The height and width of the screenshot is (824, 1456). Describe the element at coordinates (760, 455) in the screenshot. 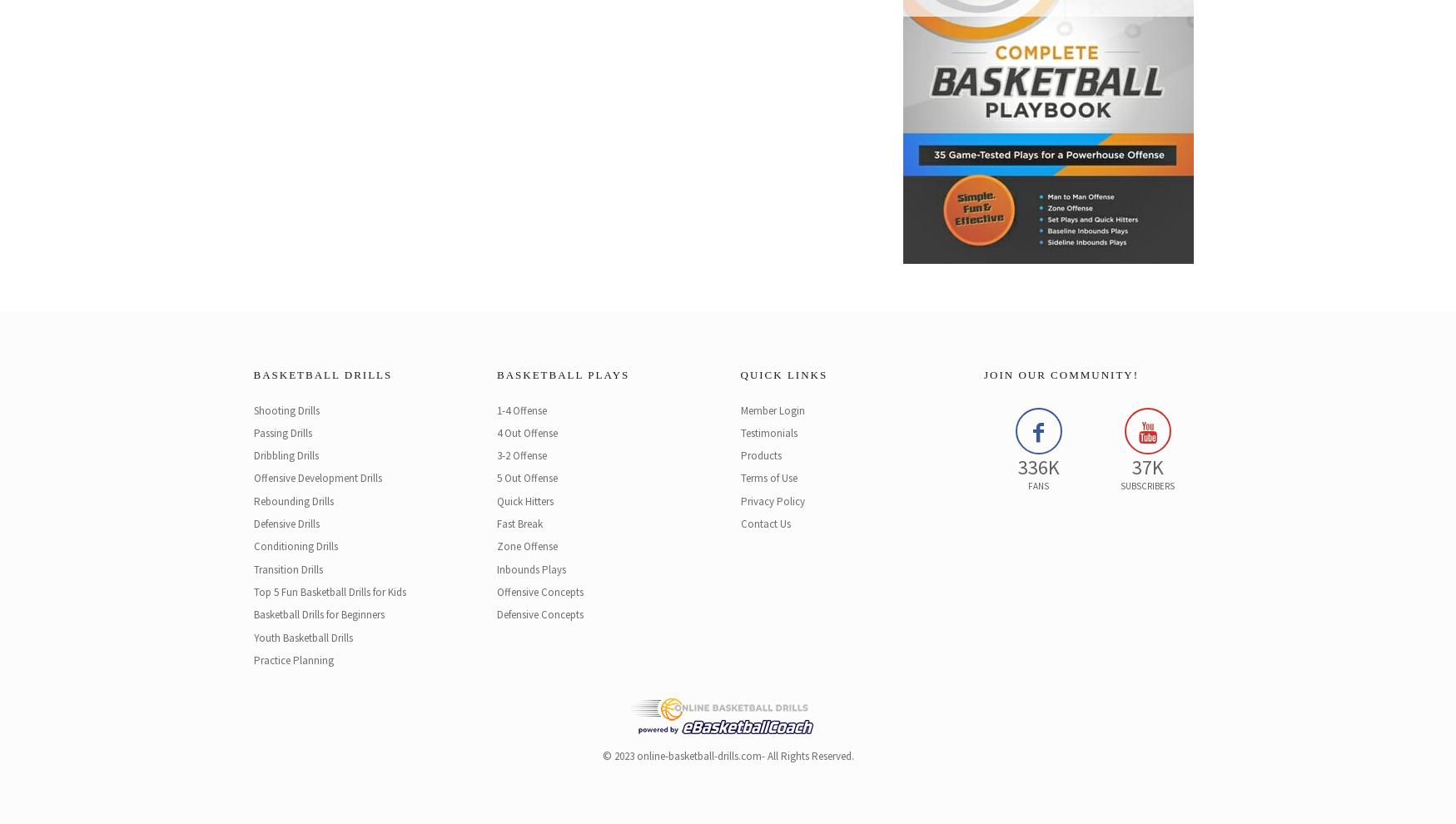

I see `'Products'` at that location.